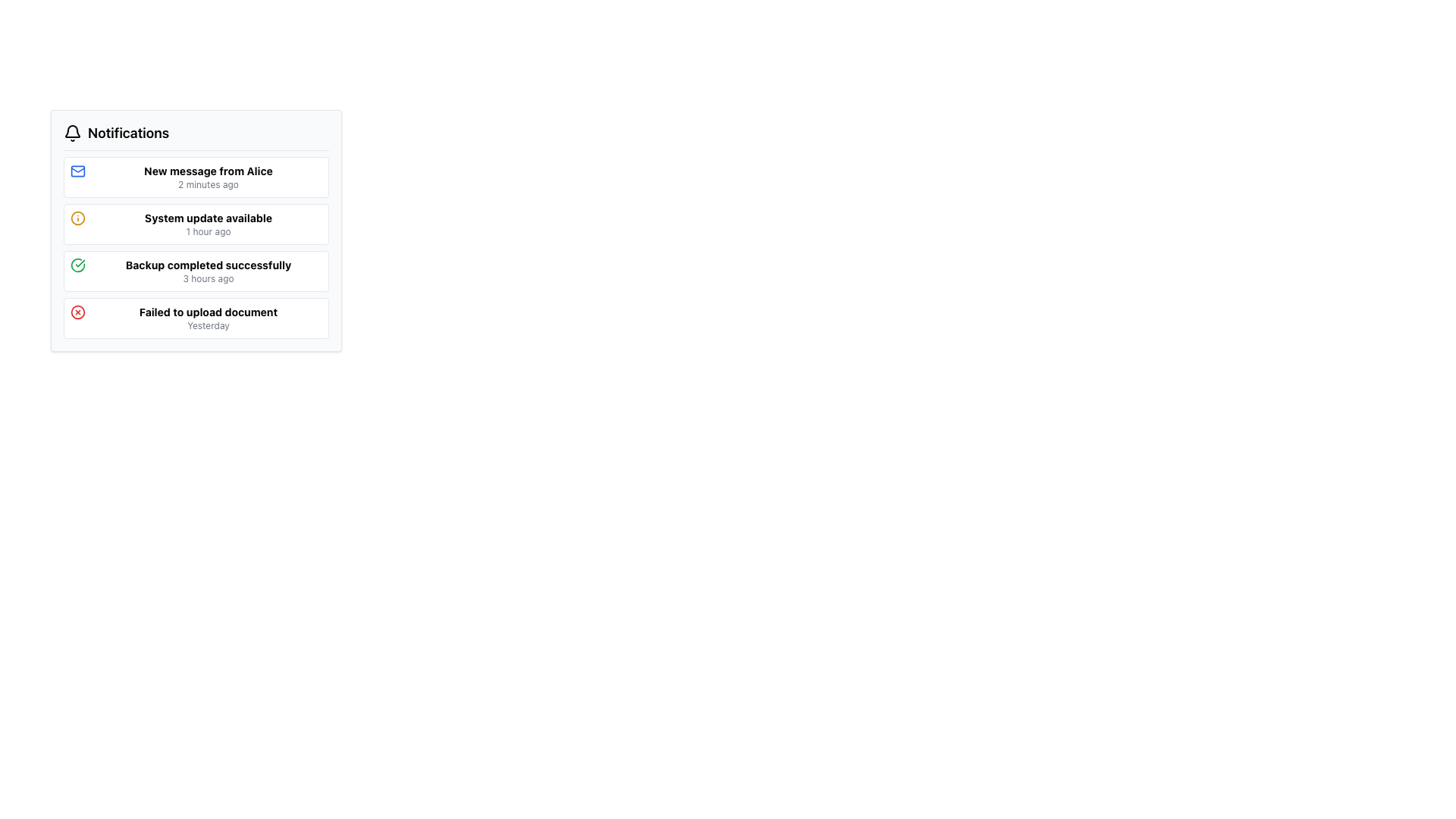 This screenshot has height=819, width=1456. I want to click on the status icon indicating the failure of document upload in the notification card labeled 'Failed to upload document', so click(77, 312).